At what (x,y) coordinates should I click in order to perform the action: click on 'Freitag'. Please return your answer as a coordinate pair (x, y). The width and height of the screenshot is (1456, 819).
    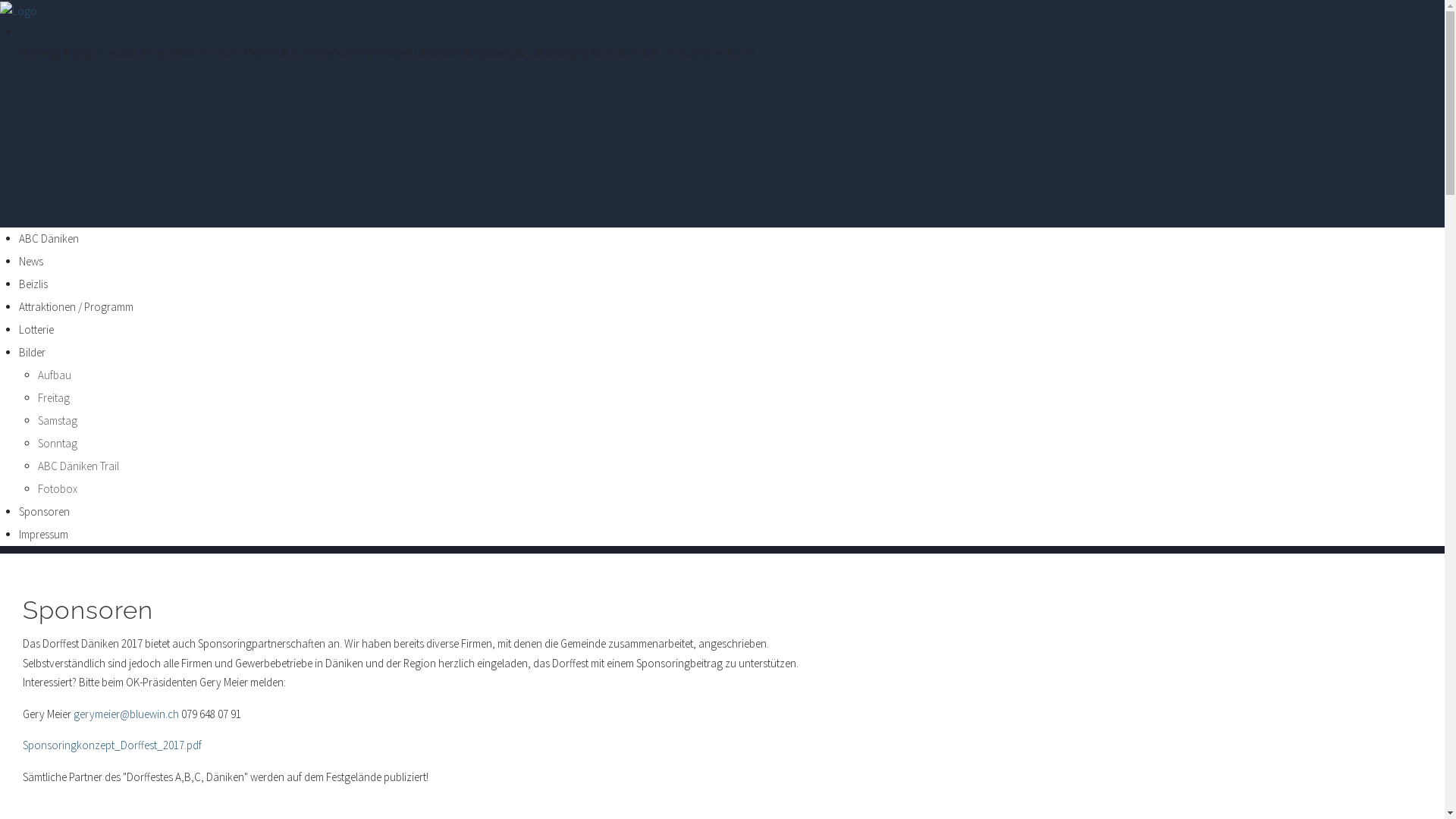
    Looking at the image, I should click on (54, 397).